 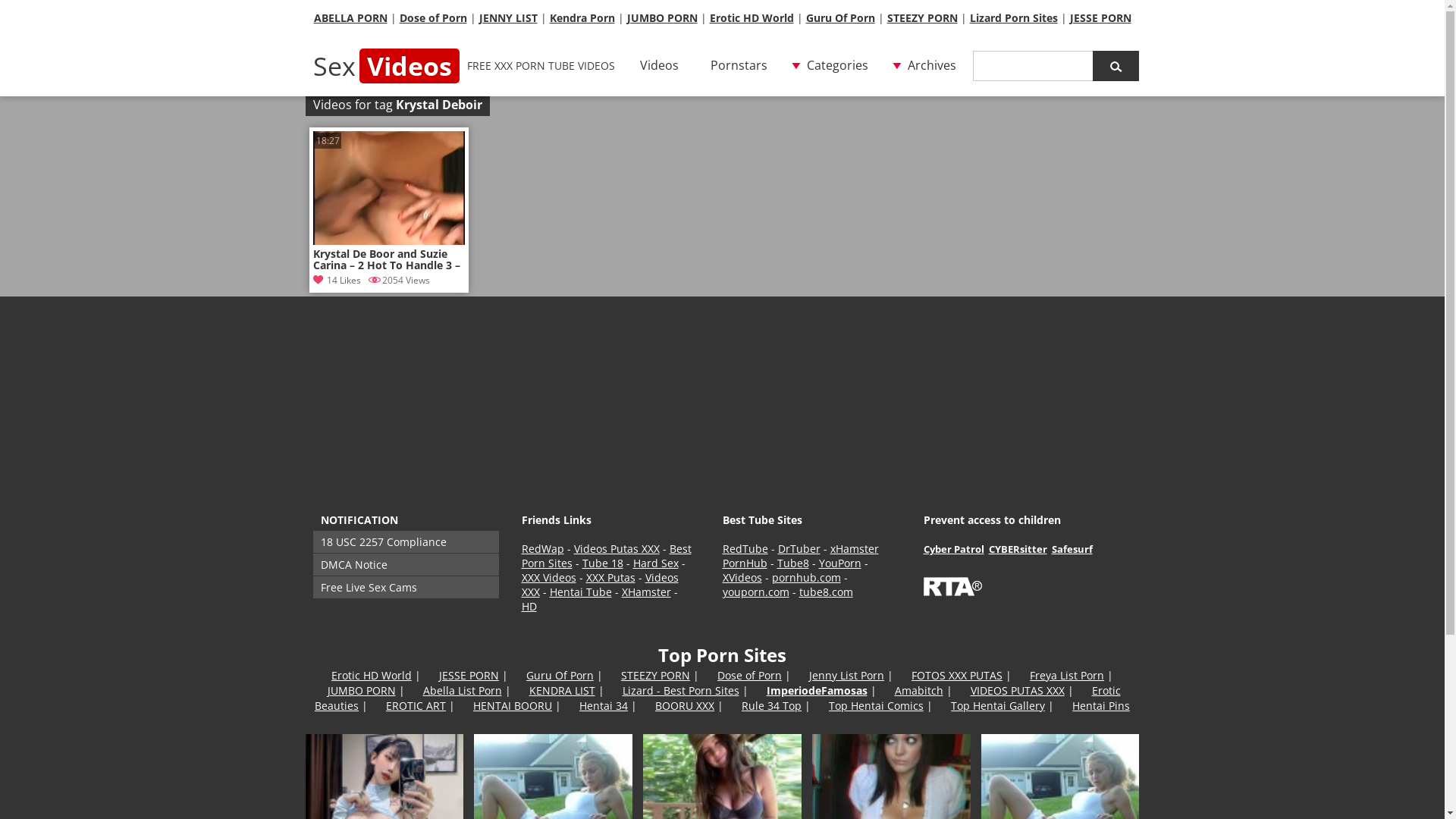 What do you see at coordinates (616, 548) in the screenshot?
I see `'Videos Putas XXX'` at bounding box center [616, 548].